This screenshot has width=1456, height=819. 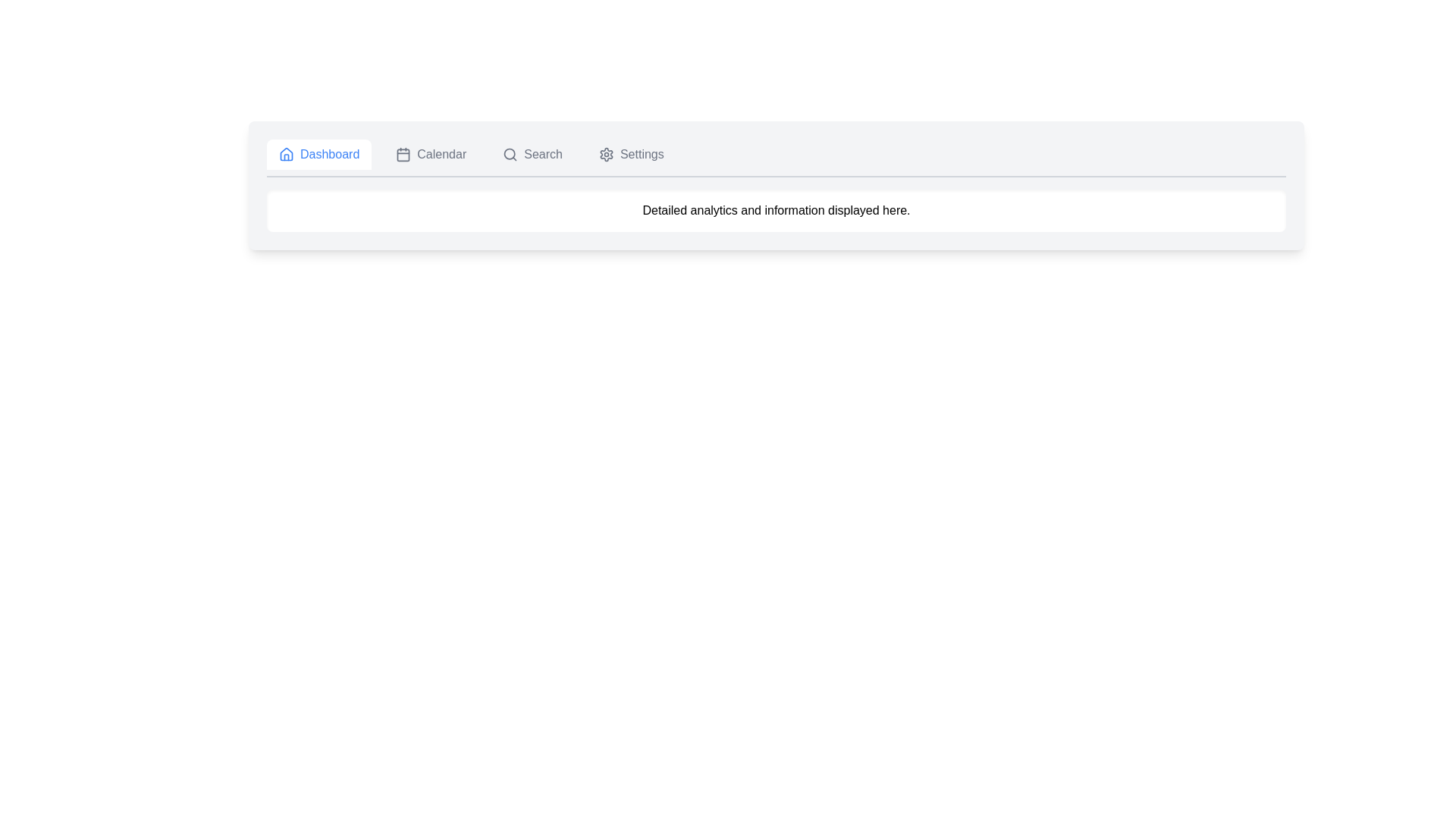 I want to click on the circular search icon located in the top navigation bar next to the 'Dashboard', 'Calendar', and 'Settings' options, so click(x=510, y=154).